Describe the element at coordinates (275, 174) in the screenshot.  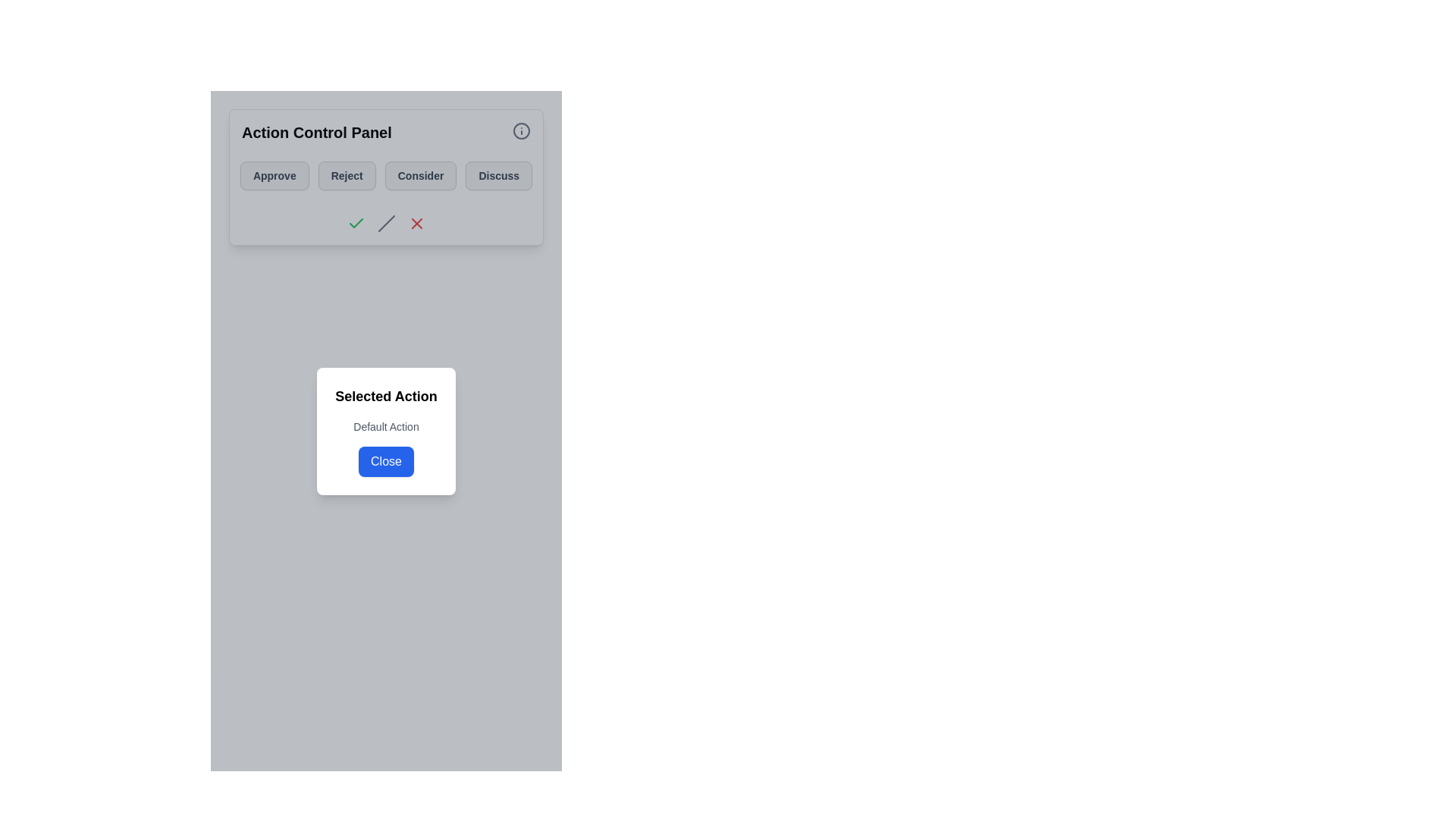
I see `the first button in the horizontal group labeled 'Approve' located below the 'Action Control Panel' heading` at that location.